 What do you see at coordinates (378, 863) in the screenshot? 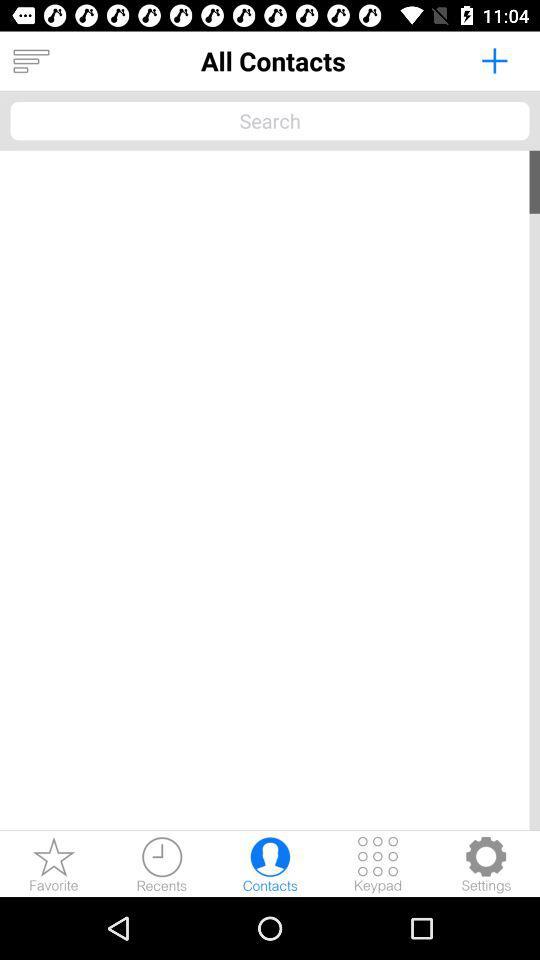
I see `show keypad` at bounding box center [378, 863].